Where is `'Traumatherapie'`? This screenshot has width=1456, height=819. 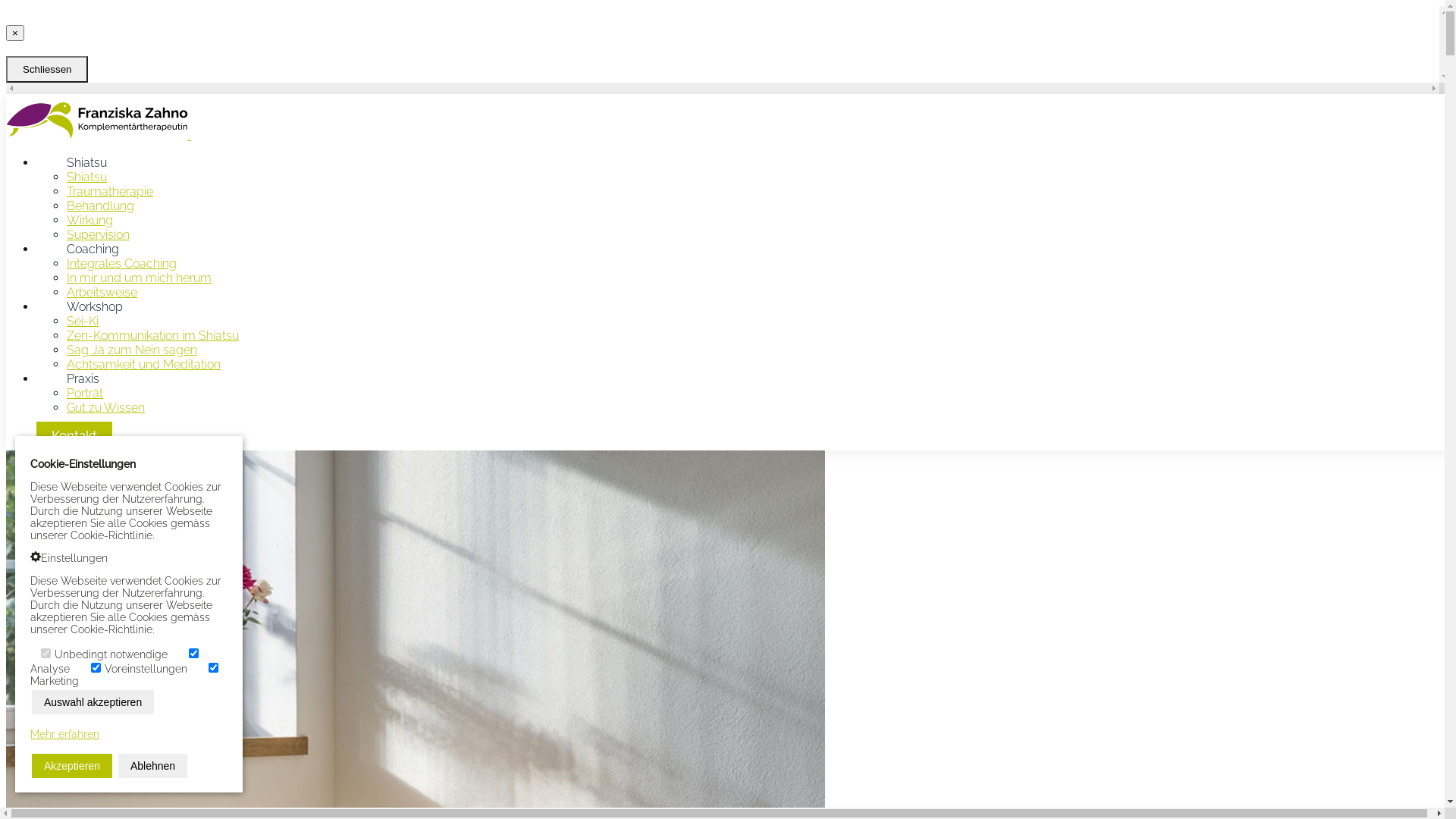 'Traumatherapie' is located at coordinates (108, 190).